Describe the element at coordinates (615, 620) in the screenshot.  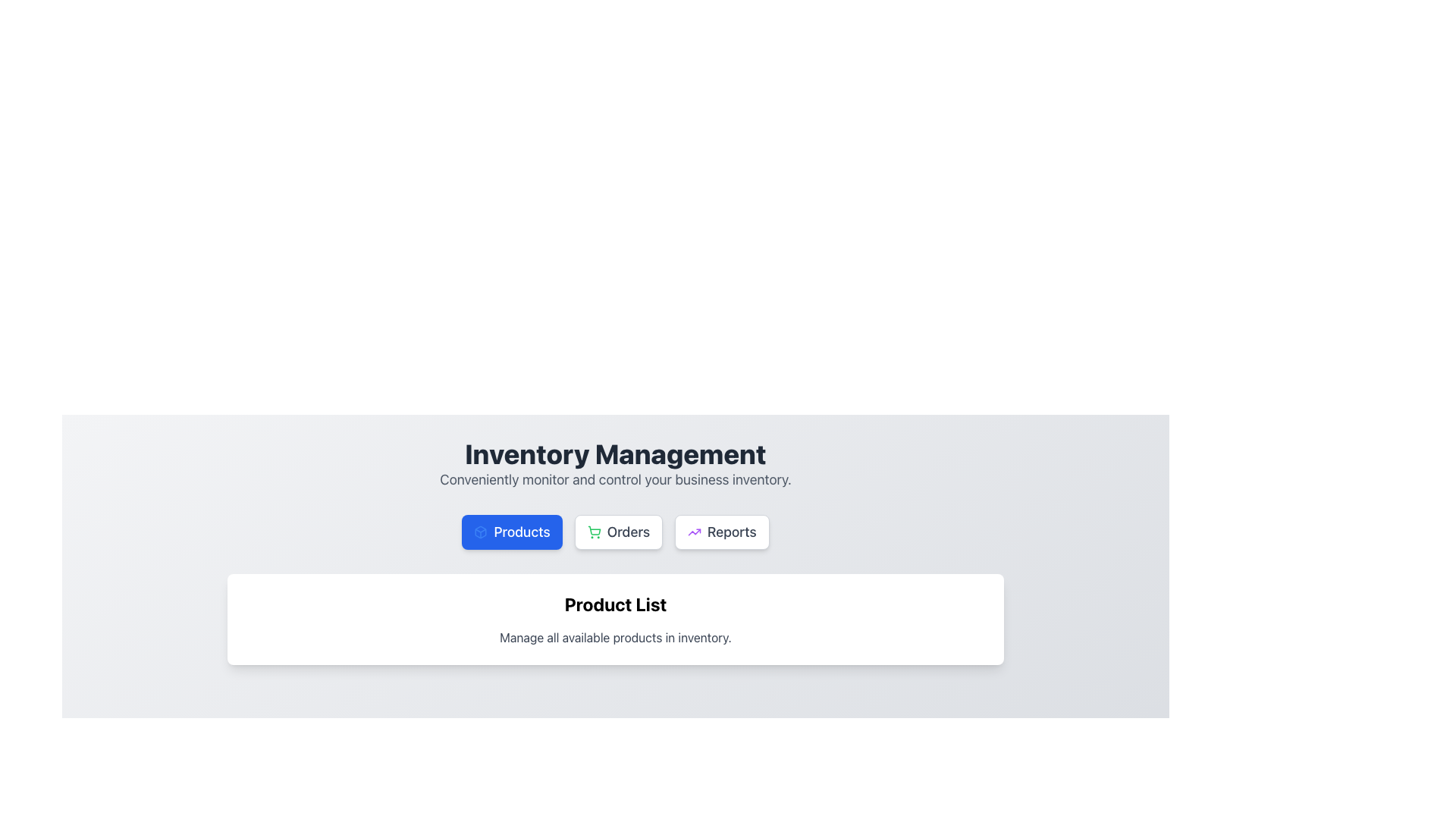
I see `the Textual Header located in the center of the white card, which serves as a heading for the product list section, to potentially reveal a tooltip` at that location.